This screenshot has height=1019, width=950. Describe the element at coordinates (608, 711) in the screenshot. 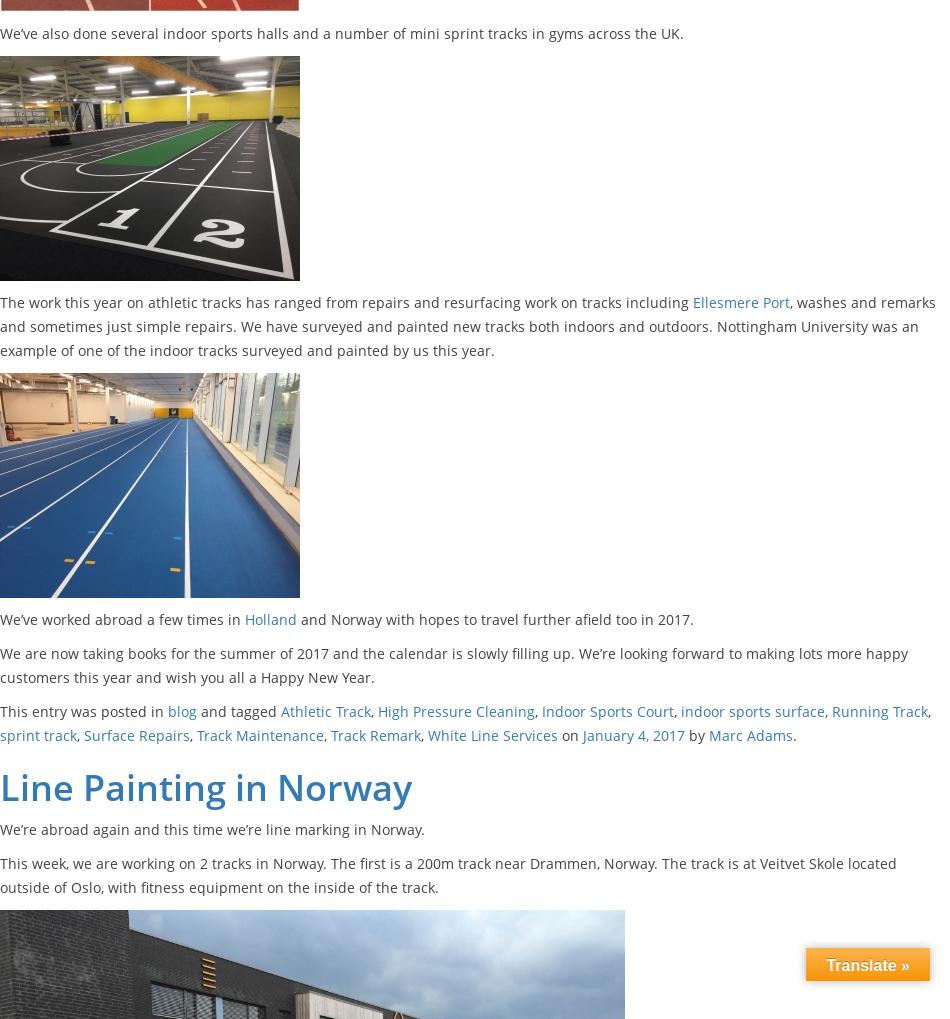

I see `'Indoor Sports Court'` at that location.